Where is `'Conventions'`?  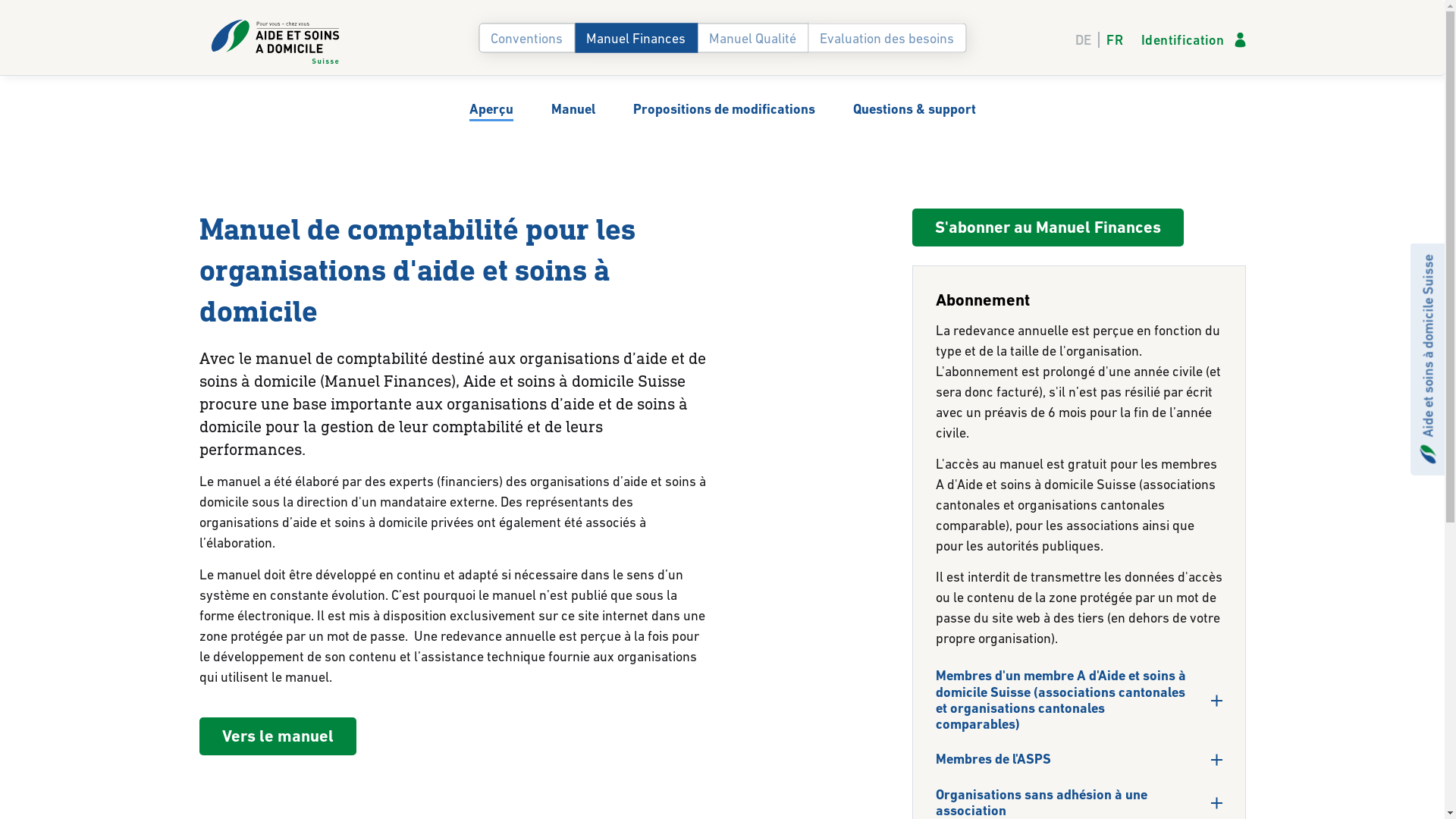 'Conventions' is located at coordinates (526, 36).